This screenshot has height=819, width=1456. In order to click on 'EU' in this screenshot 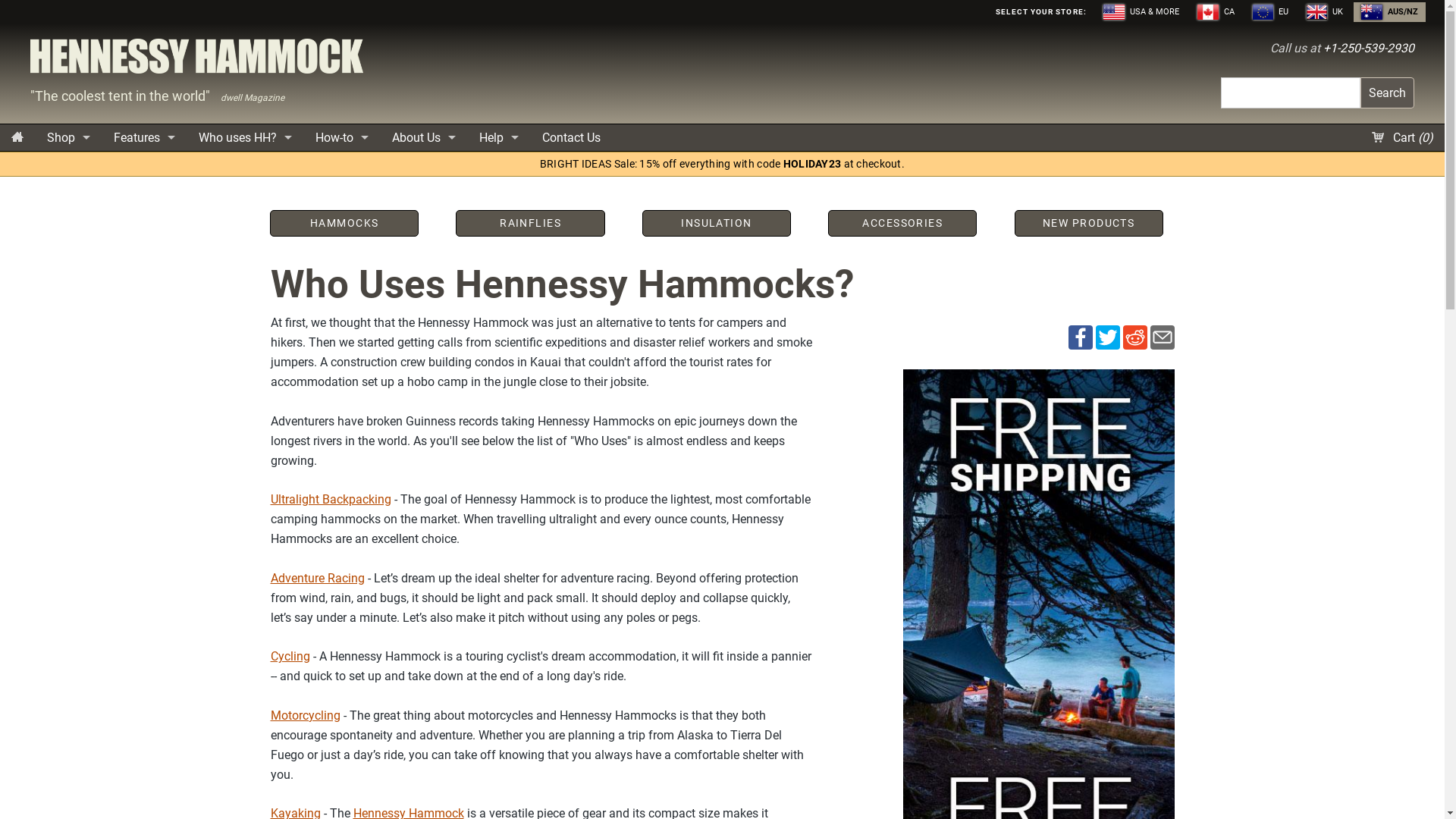, I will do `click(1270, 11)`.